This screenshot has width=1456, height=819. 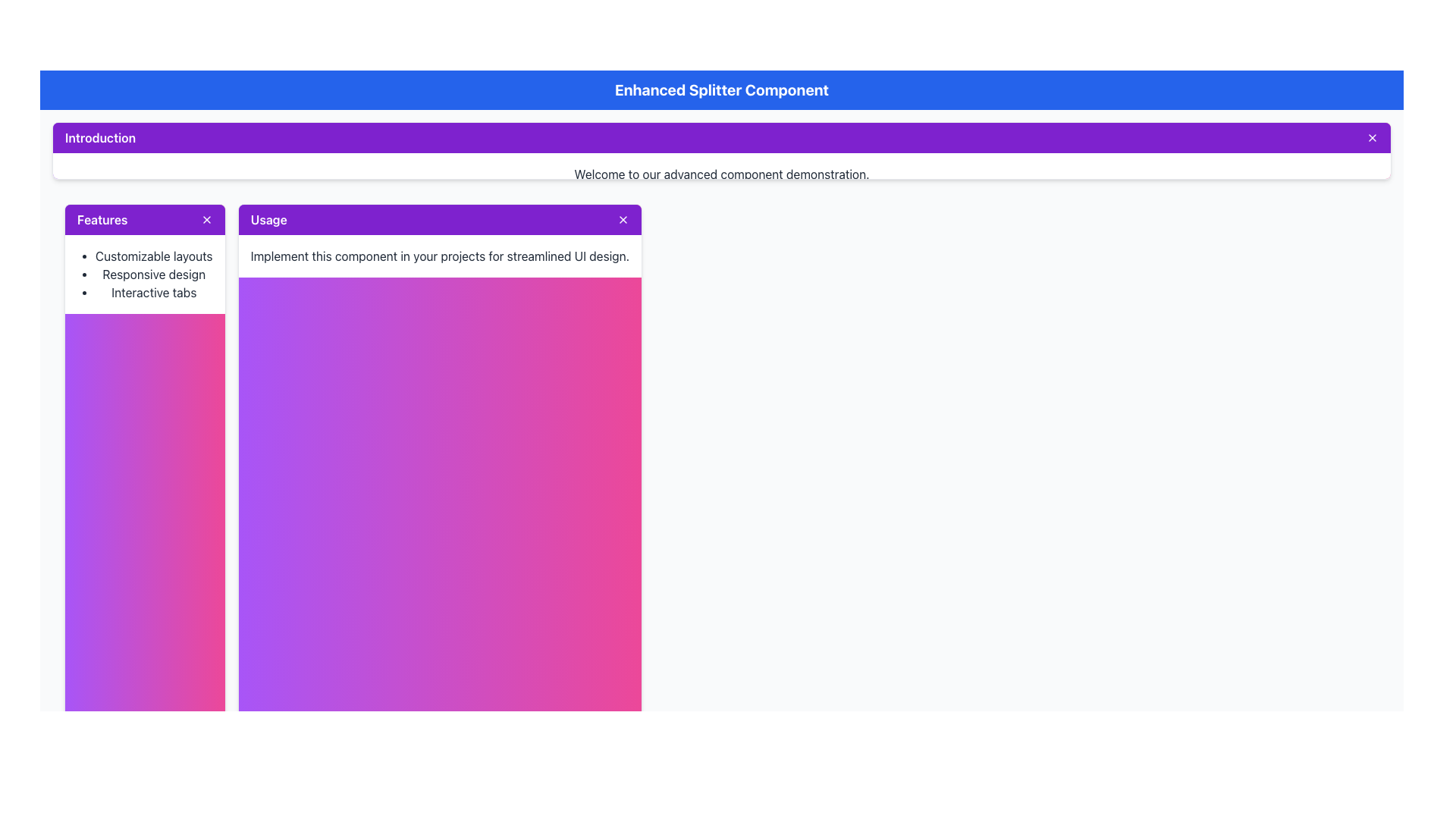 I want to click on the text entry 'Interactive tabs' in the bullet list under the 'Features' section, so click(x=154, y=292).